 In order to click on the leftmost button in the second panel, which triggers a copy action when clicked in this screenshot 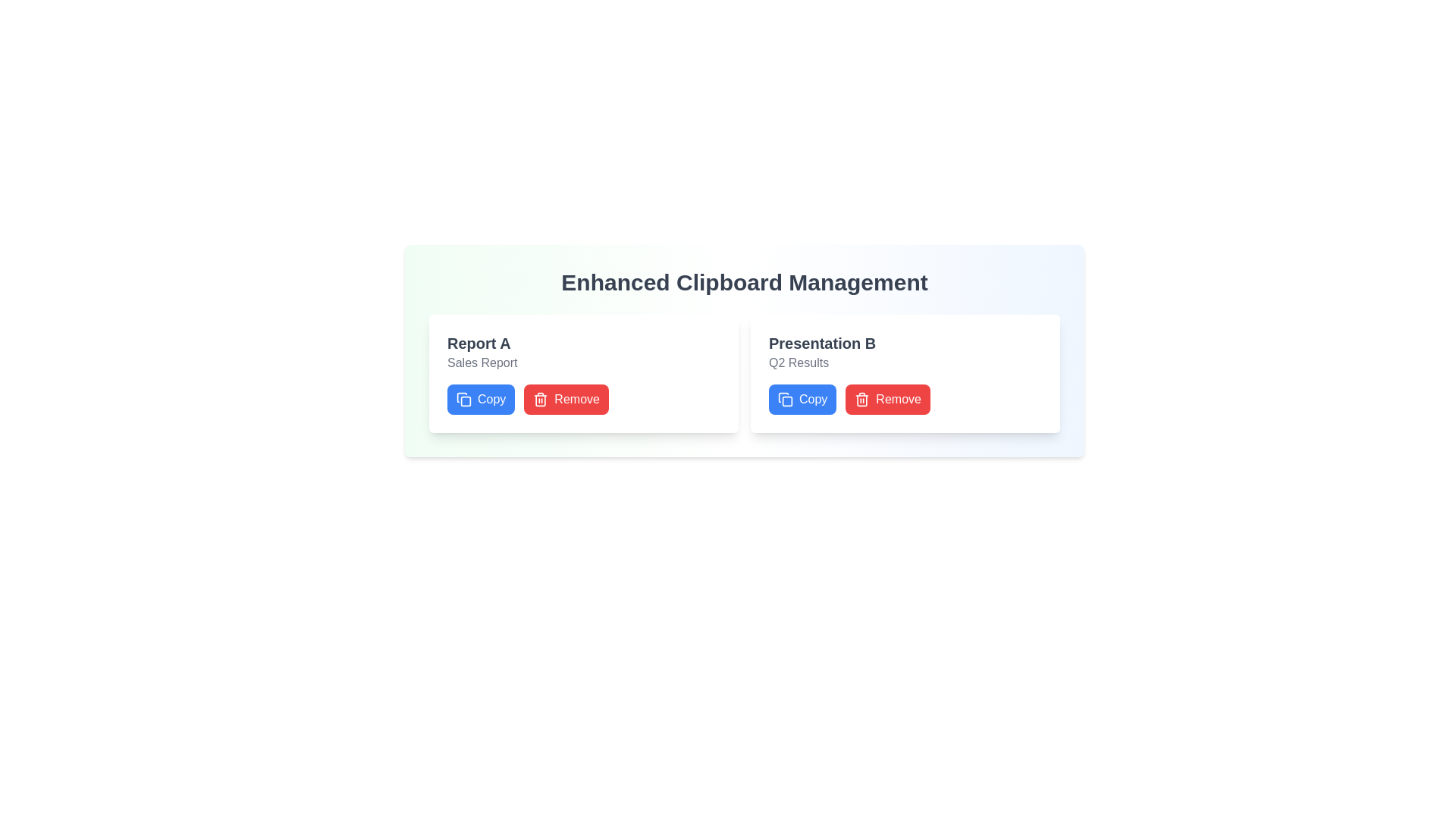, I will do `click(802, 399)`.